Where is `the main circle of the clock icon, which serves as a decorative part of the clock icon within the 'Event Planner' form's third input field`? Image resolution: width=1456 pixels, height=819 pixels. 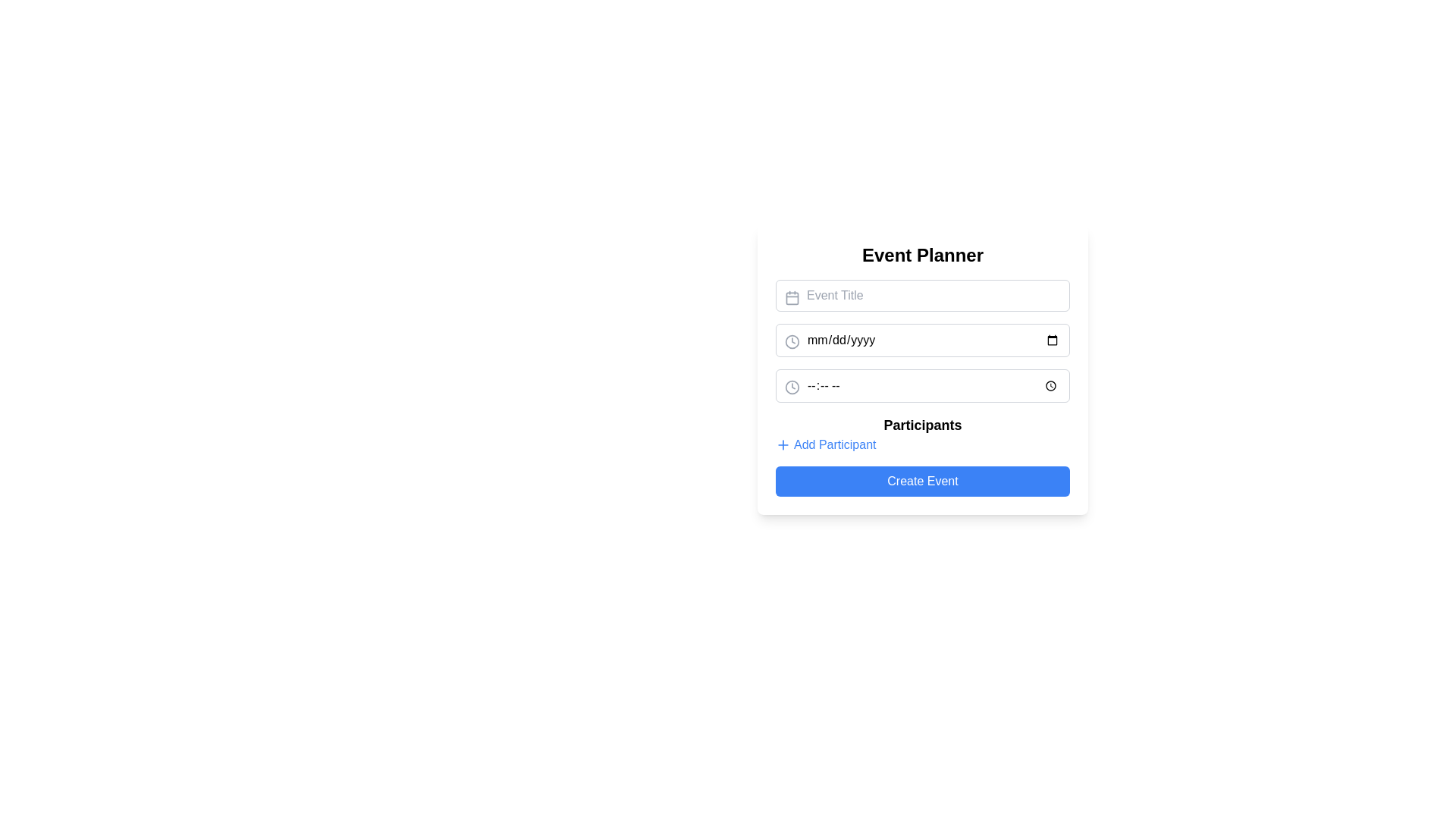
the main circle of the clock icon, which serves as a decorative part of the clock icon within the 'Event Planner' form's third input field is located at coordinates (792, 385).